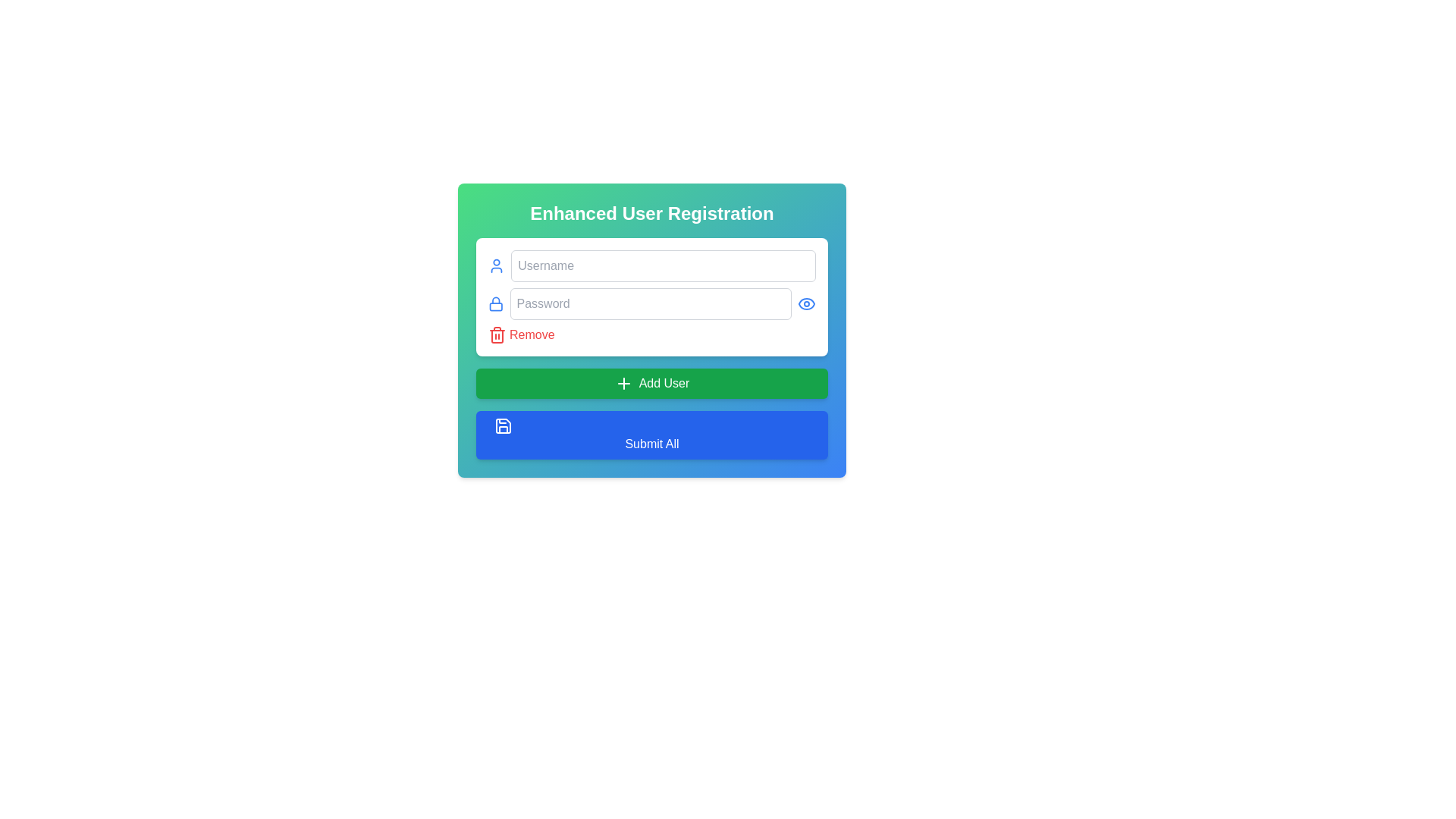 Image resolution: width=1456 pixels, height=819 pixels. What do you see at coordinates (664, 382) in the screenshot?
I see `the 'Add User' text label within the green button component, which is styled with a white font color and located just below the password input field` at bounding box center [664, 382].